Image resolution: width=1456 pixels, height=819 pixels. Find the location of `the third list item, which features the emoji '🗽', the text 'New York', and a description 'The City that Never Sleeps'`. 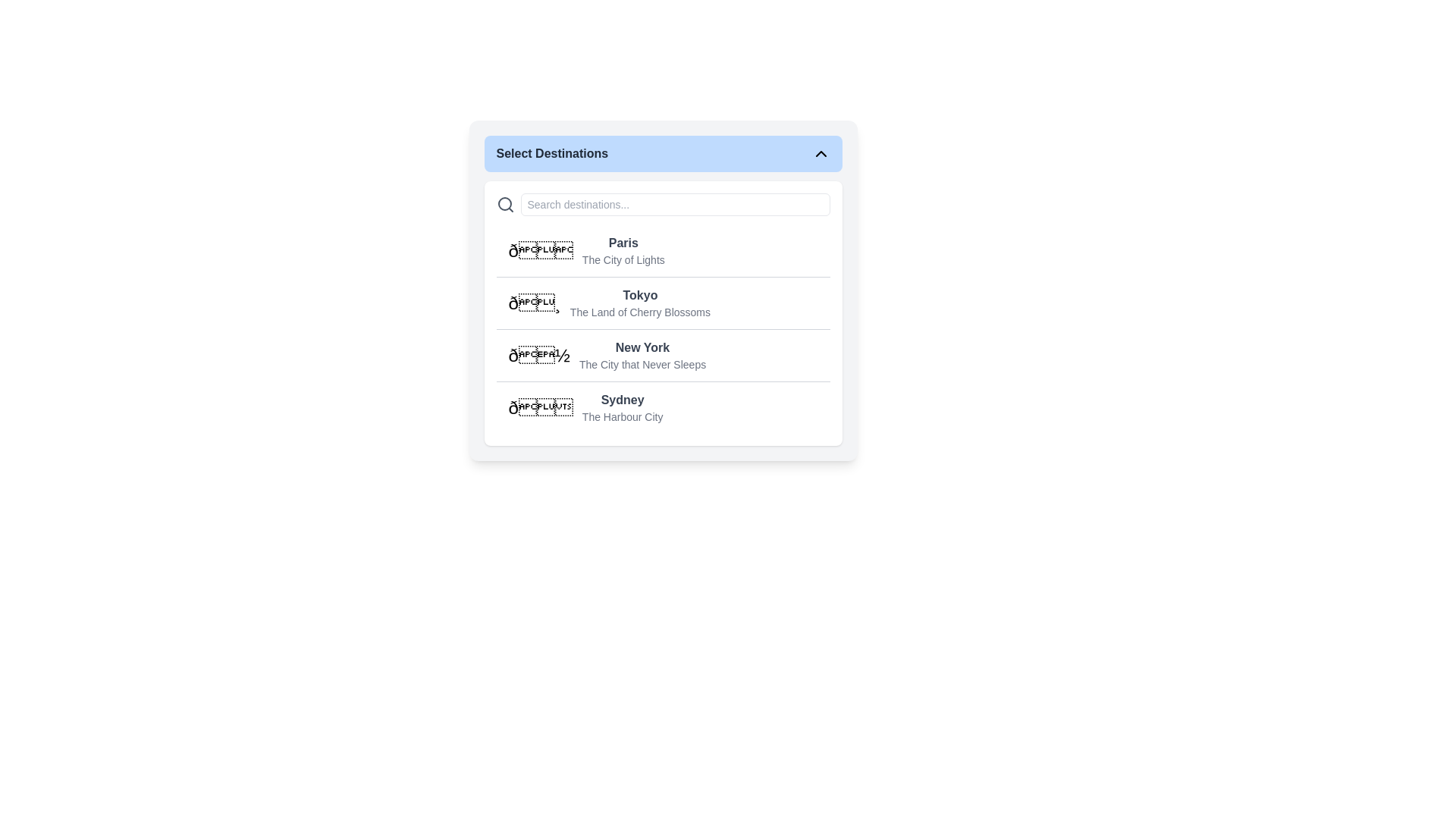

the third list item, which features the emoji '🗽', the text 'New York', and a description 'The City that Never Sleeps' is located at coordinates (663, 355).